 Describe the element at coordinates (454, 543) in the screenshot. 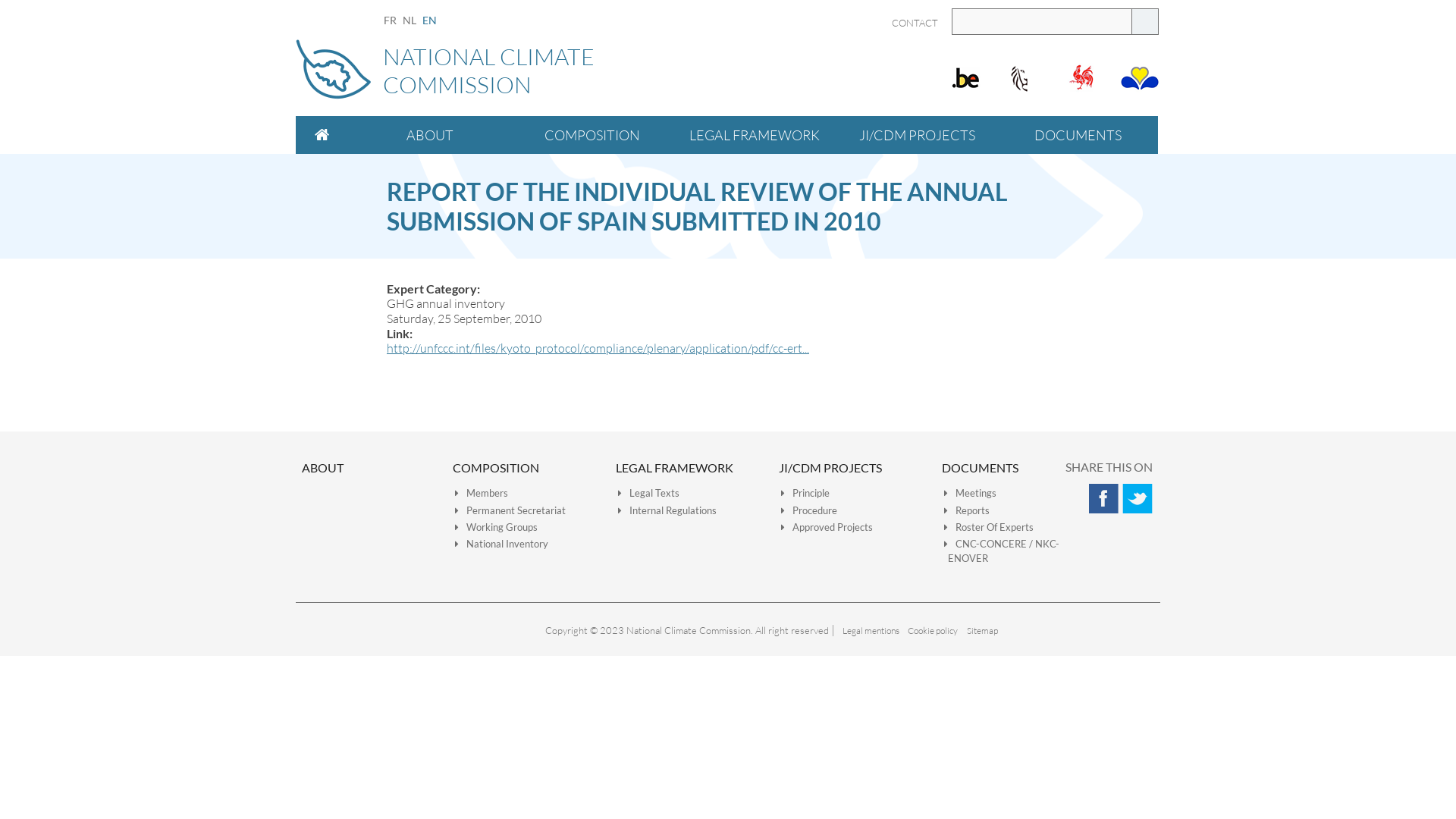

I see `'National Inventory'` at that location.